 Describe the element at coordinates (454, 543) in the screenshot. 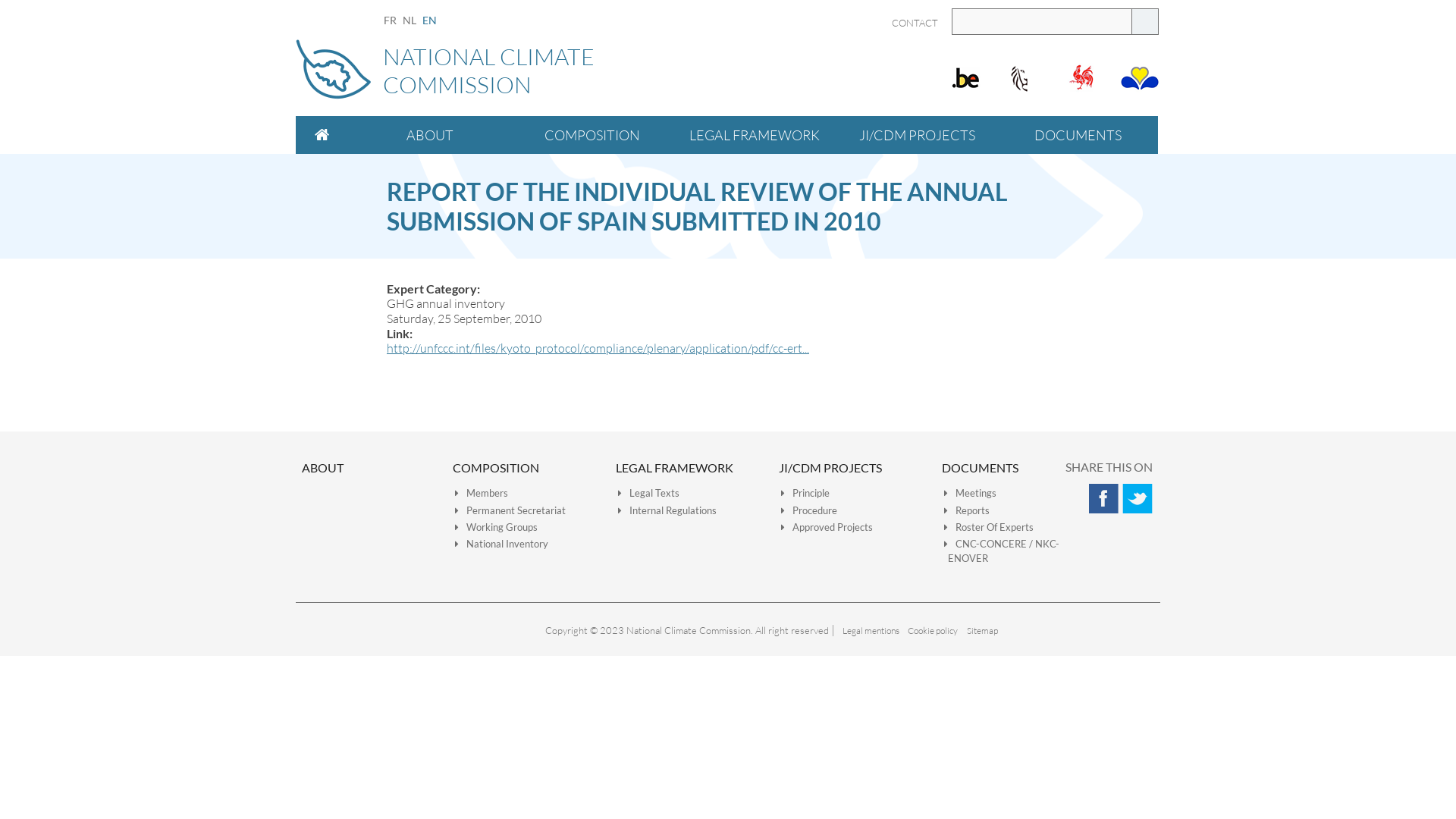

I see `'National Inventory'` at that location.